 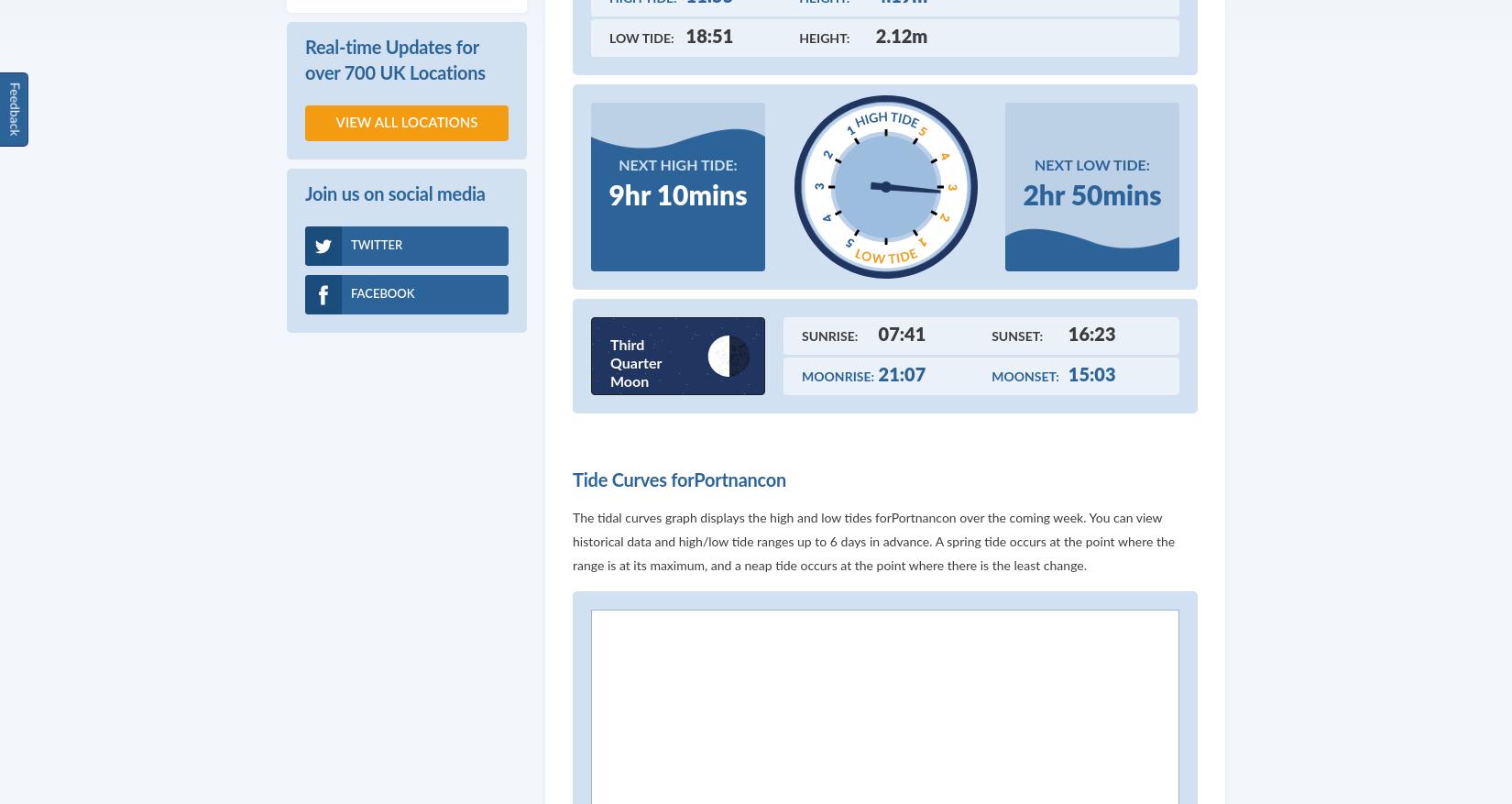 What do you see at coordinates (838, 375) in the screenshot?
I see `'Moonrise:'` at bounding box center [838, 375].